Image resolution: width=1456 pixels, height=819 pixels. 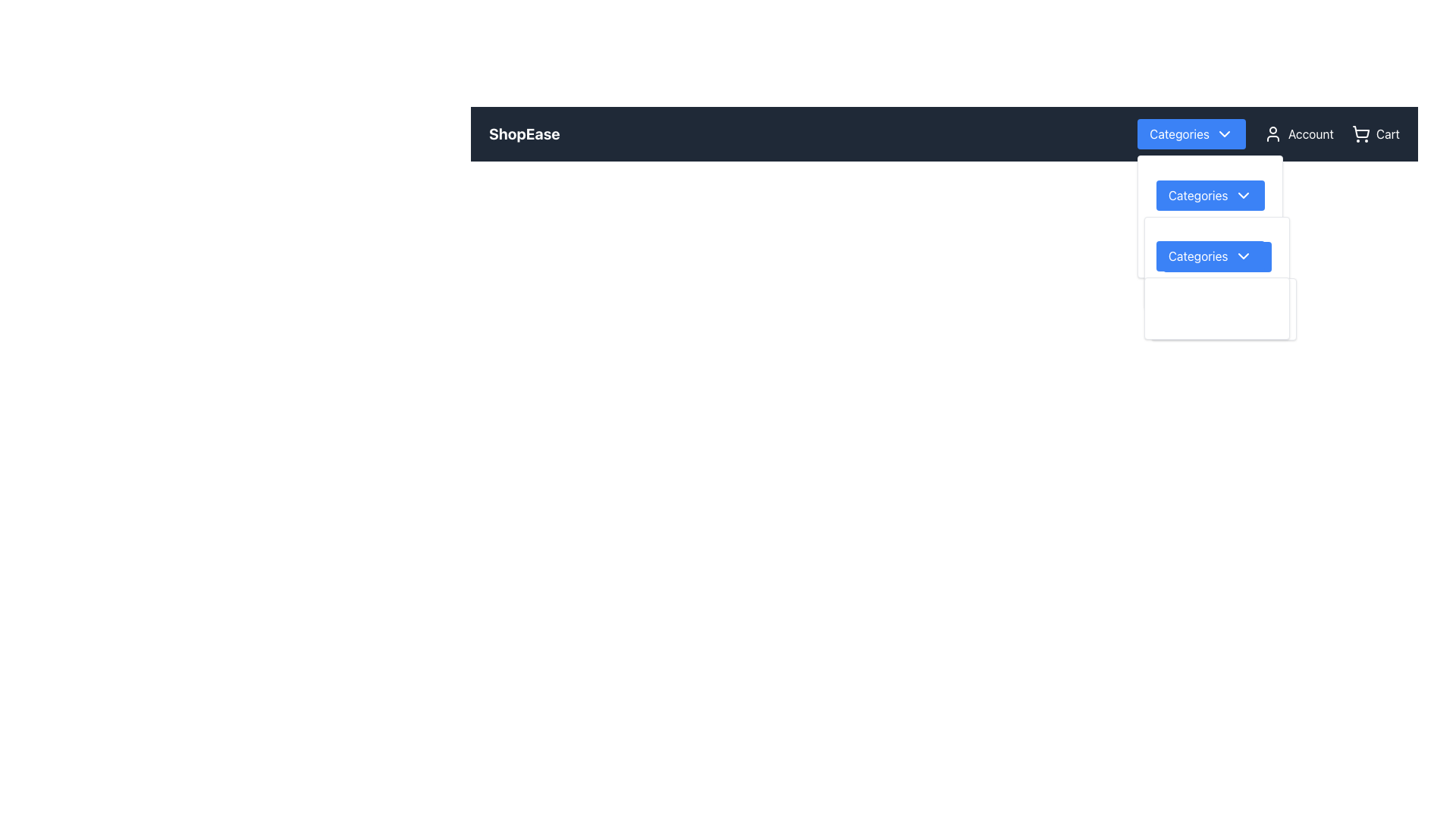 What do you see at coordinates (1210, 186) in the screenshot?
I see `the first visible item in the 'Categories' dropdown menu` at bounding box center [1210, 186].